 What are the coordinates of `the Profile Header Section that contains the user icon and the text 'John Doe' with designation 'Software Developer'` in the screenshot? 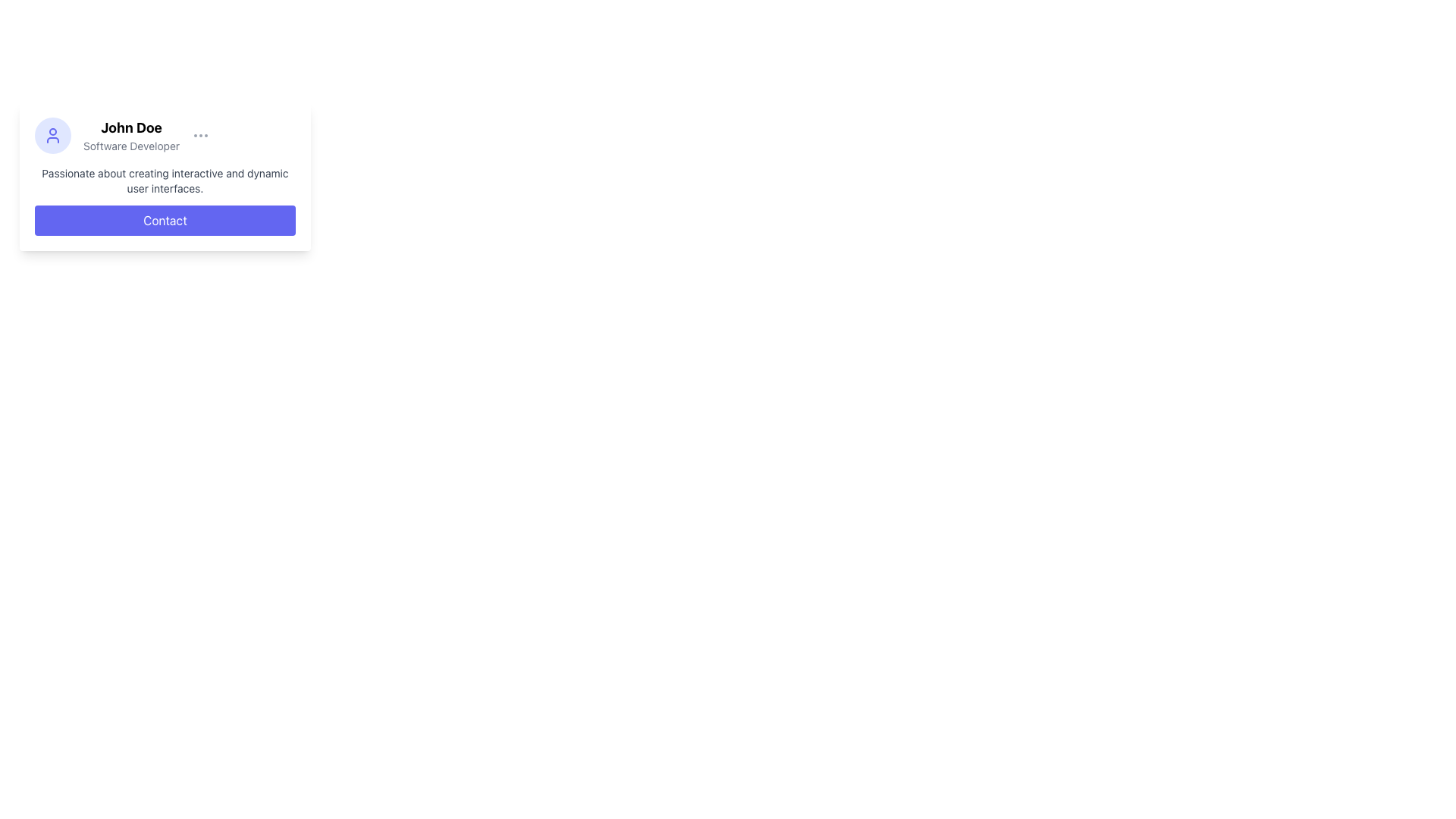 It's located at (165, 134).